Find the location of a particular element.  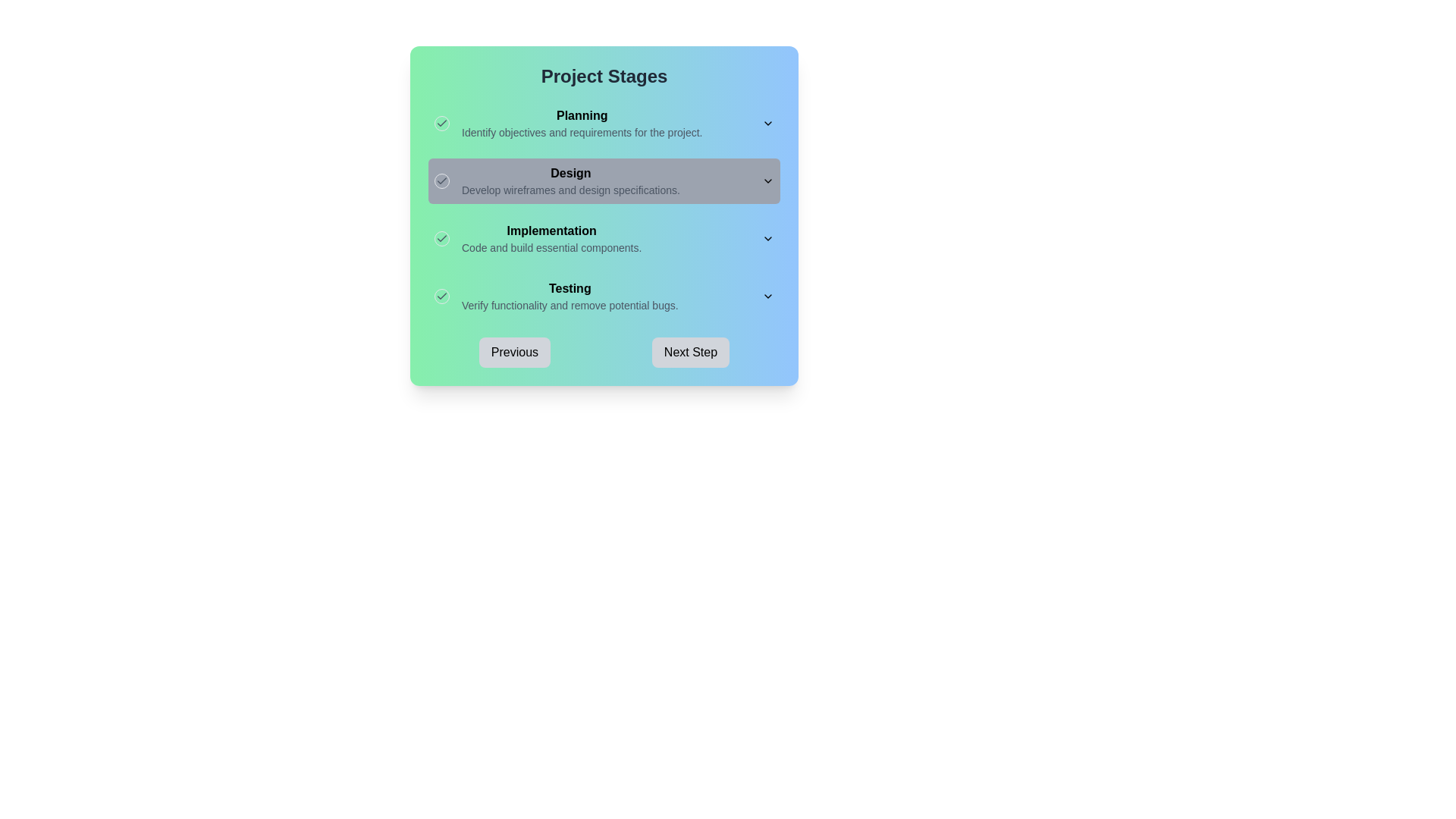

the 'Previous Step' button located at the lower left section of the interface is located at coordinates (514, 353).